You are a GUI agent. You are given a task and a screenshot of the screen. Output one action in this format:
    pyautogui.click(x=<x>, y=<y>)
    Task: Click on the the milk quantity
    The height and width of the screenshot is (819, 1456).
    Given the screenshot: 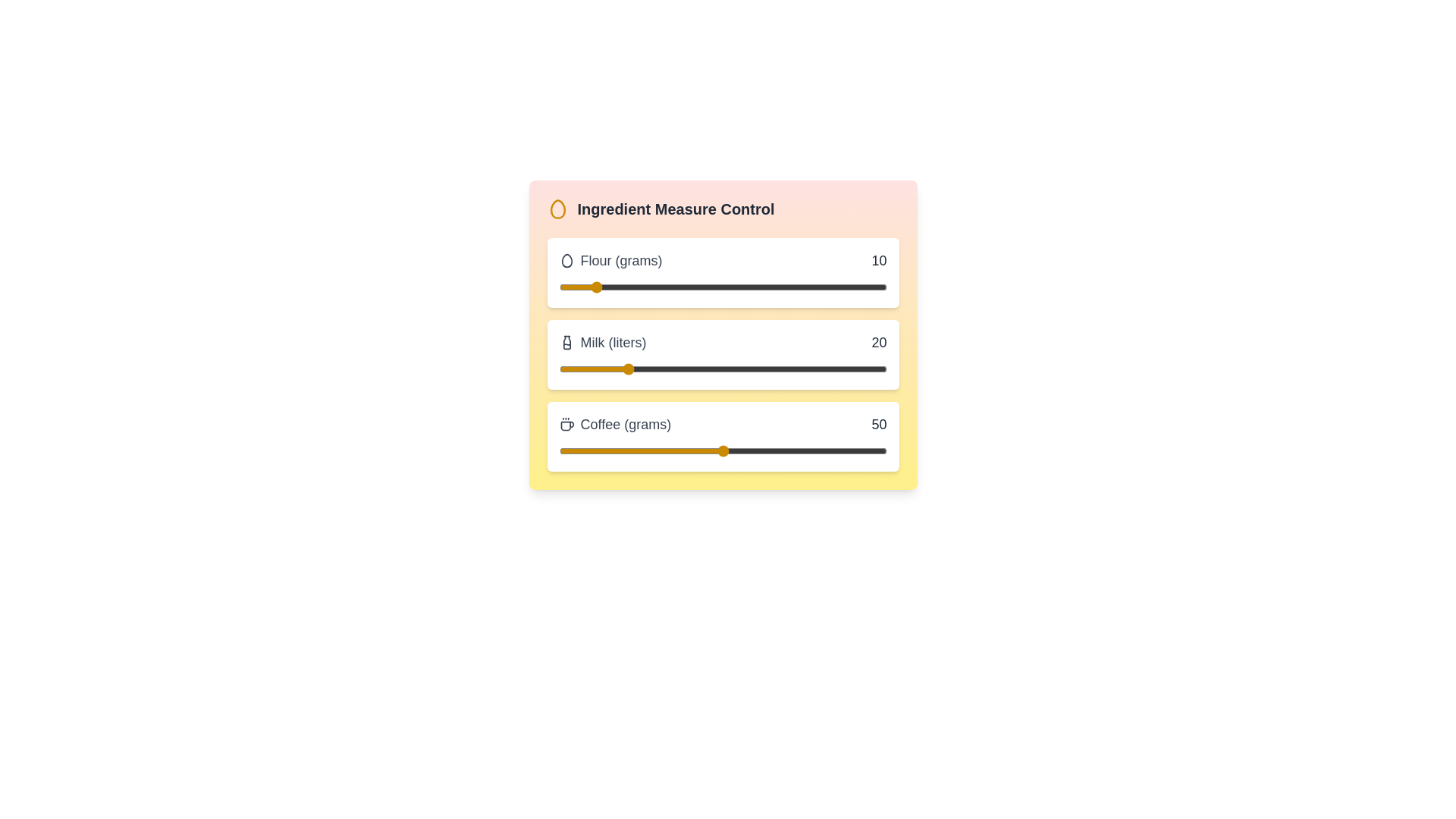 What is the action you would take?
    pyautogui.click(x=661, y=369)
    